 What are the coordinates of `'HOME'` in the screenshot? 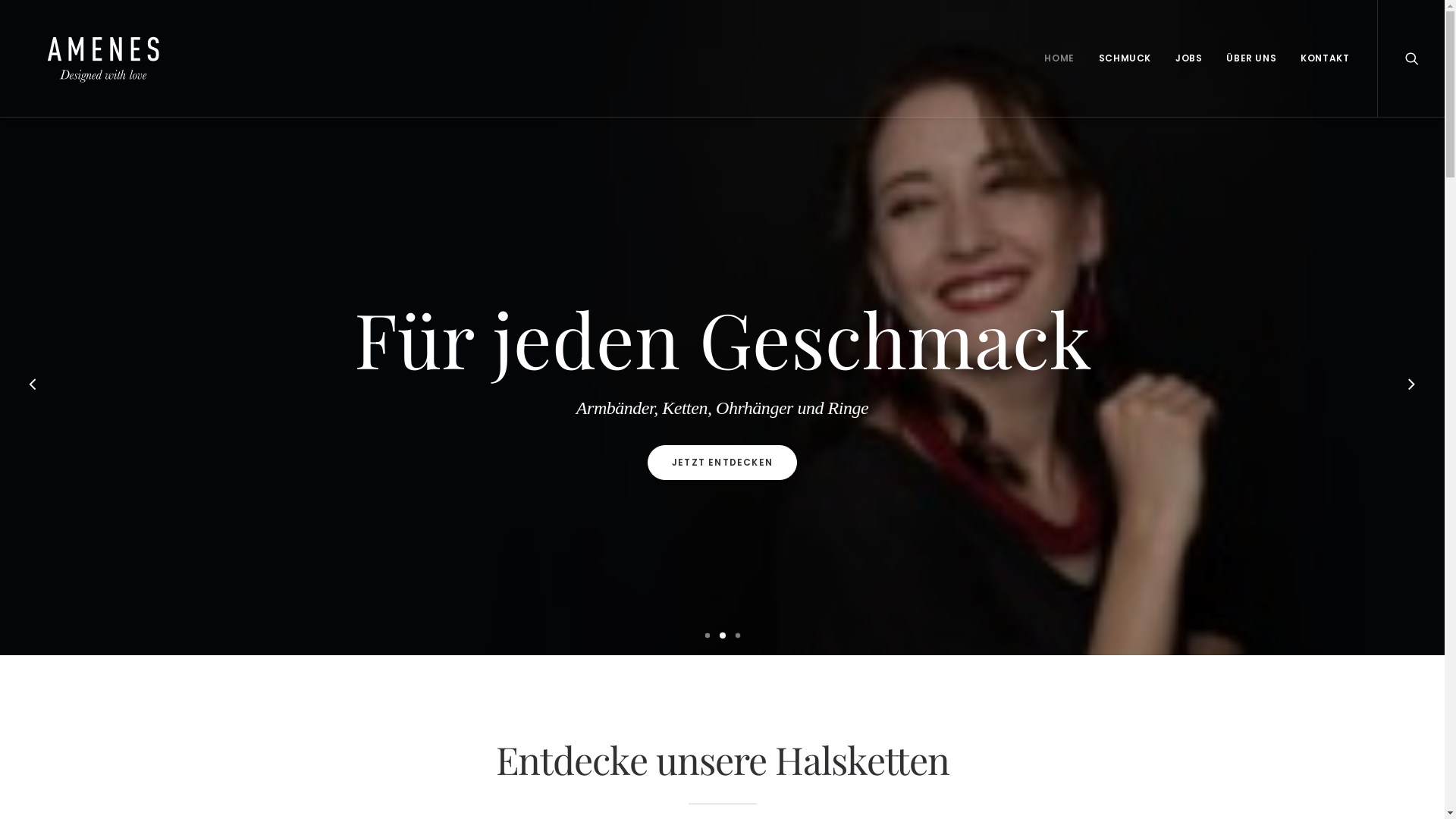 It's located at (1033, 58).